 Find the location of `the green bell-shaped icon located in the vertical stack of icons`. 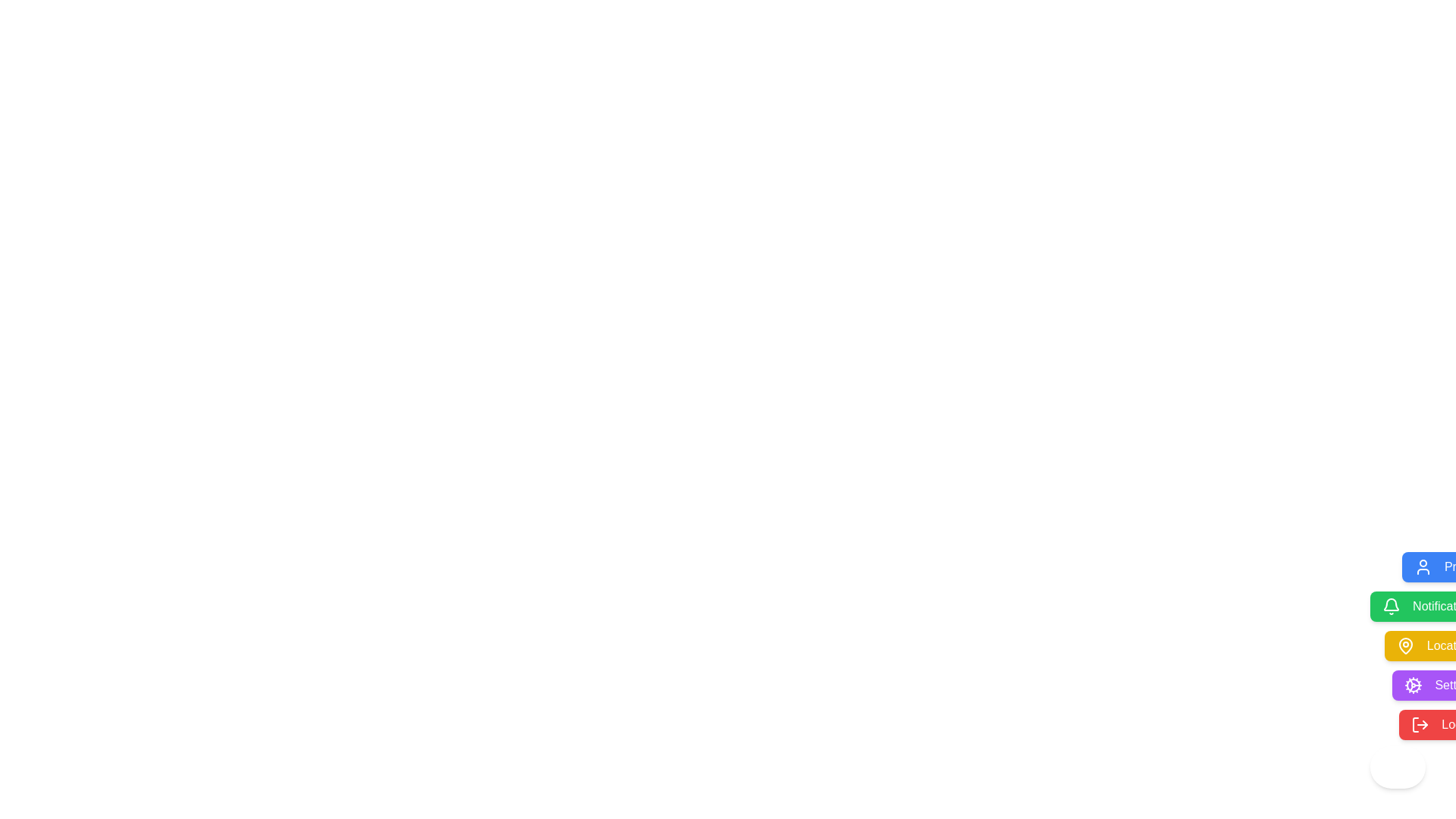

the green bell-shaped icon located in the vertical stack of icons is located at coordinates (1392, 604).